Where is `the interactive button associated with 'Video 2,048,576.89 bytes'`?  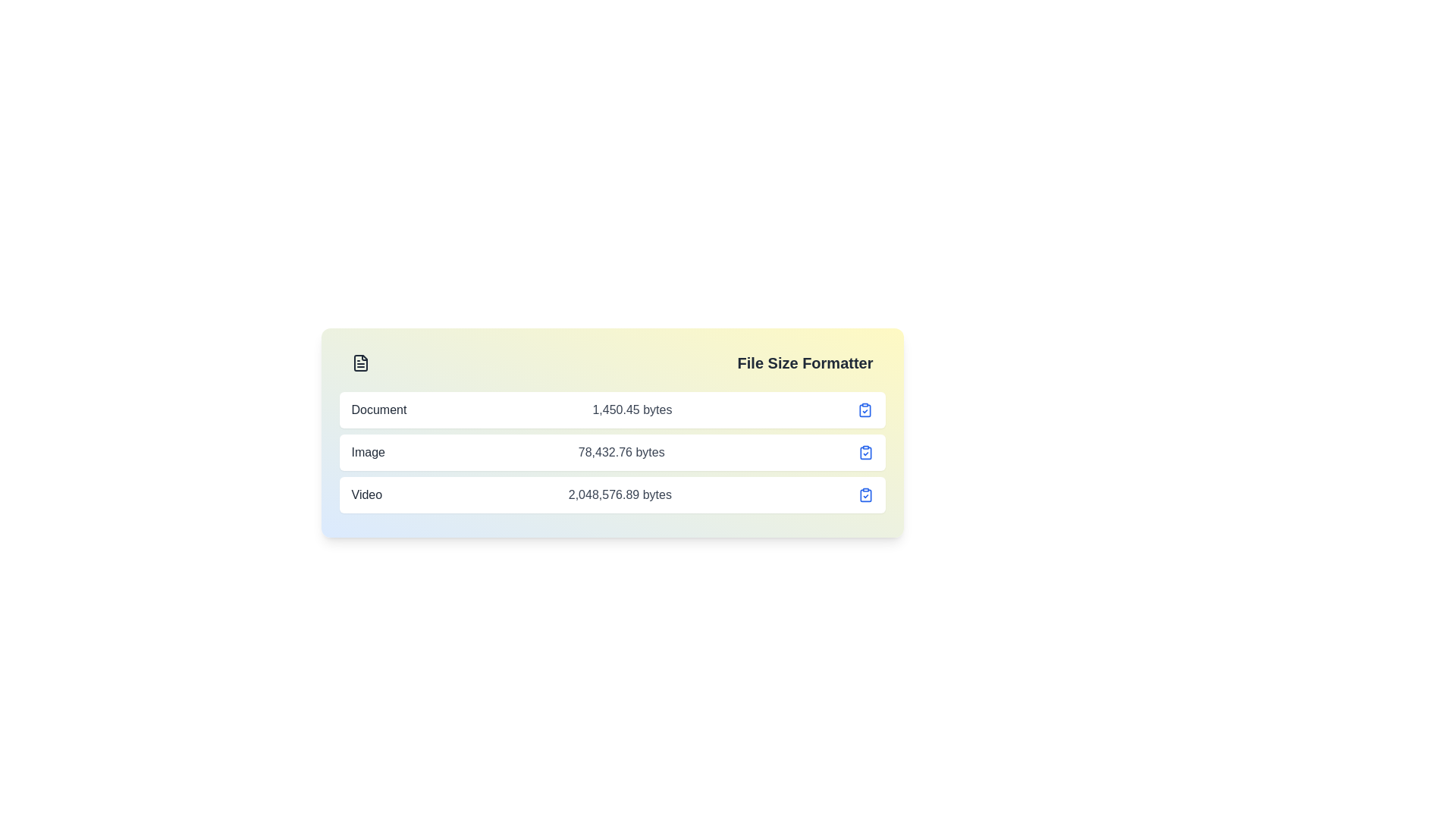
the interactive button associated with 'Video 2,048,576.89 bytes' is located at coordinates (865, 494).